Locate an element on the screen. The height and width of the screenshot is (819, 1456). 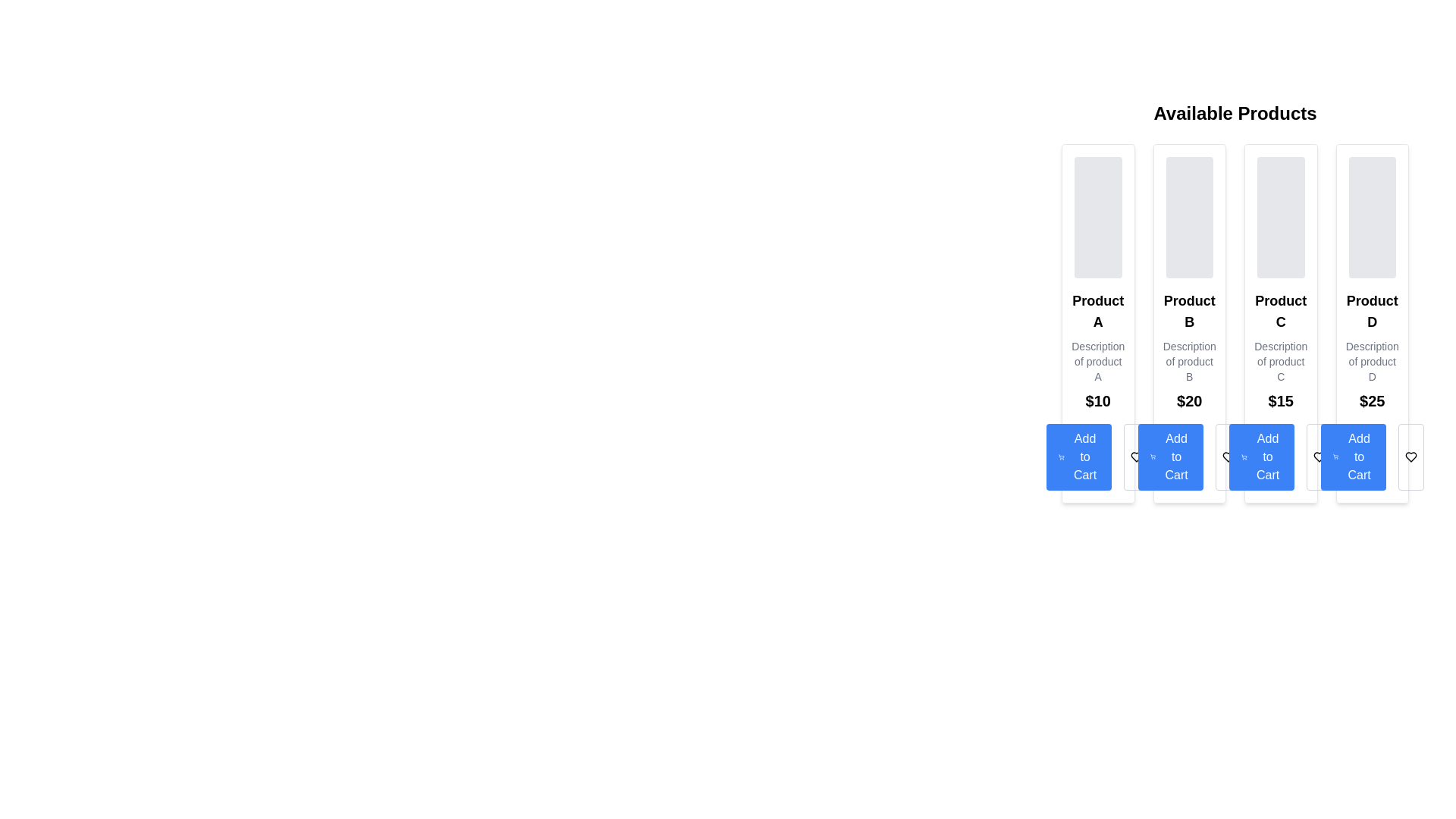
the text label that serves as the title for 'Product C' in the third product card from the left is located at coordinates (1280, 311).